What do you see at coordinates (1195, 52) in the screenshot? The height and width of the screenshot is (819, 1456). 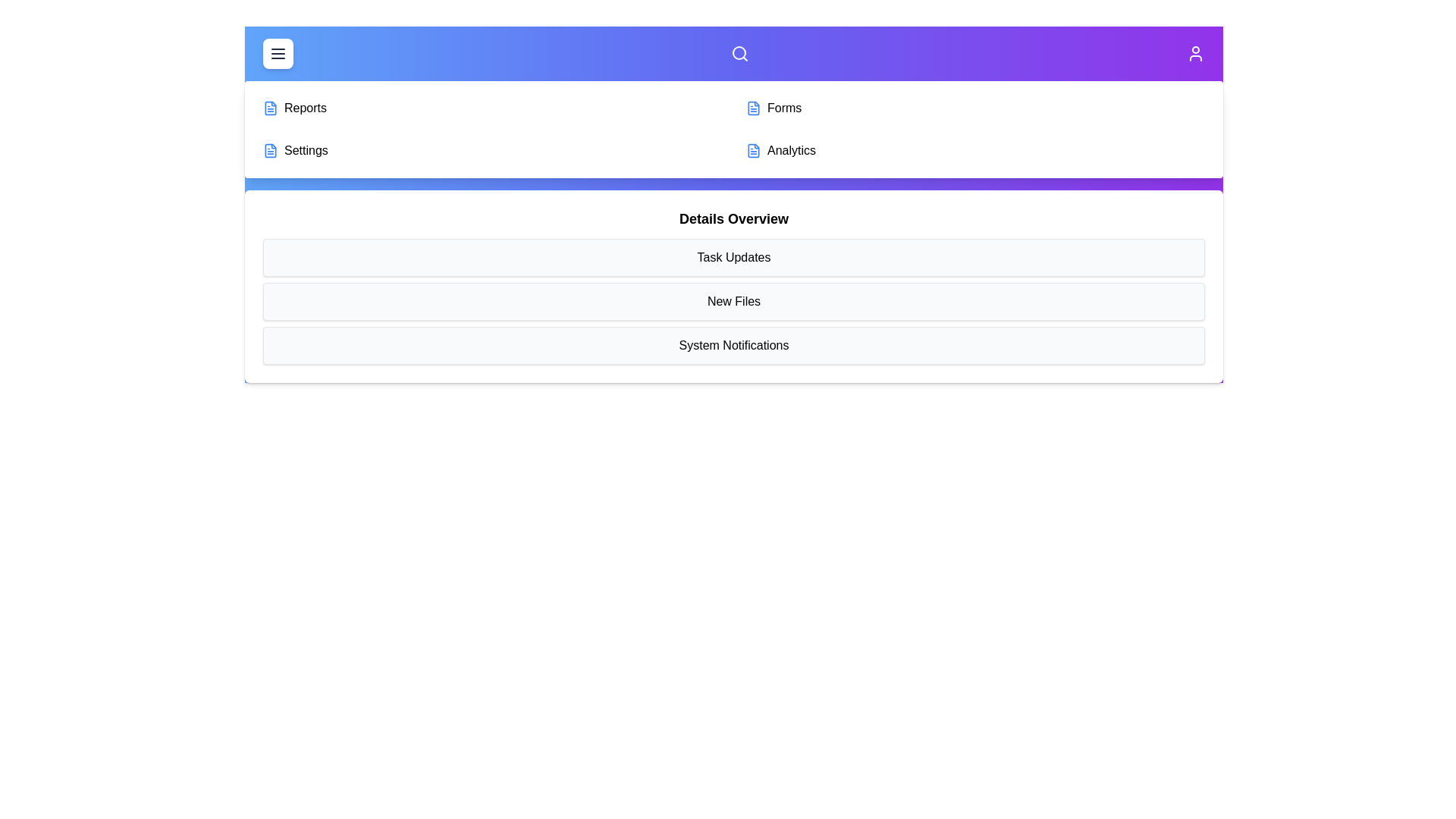 I see `the user icon to access user profile options` at bounding box center [1195, 52].